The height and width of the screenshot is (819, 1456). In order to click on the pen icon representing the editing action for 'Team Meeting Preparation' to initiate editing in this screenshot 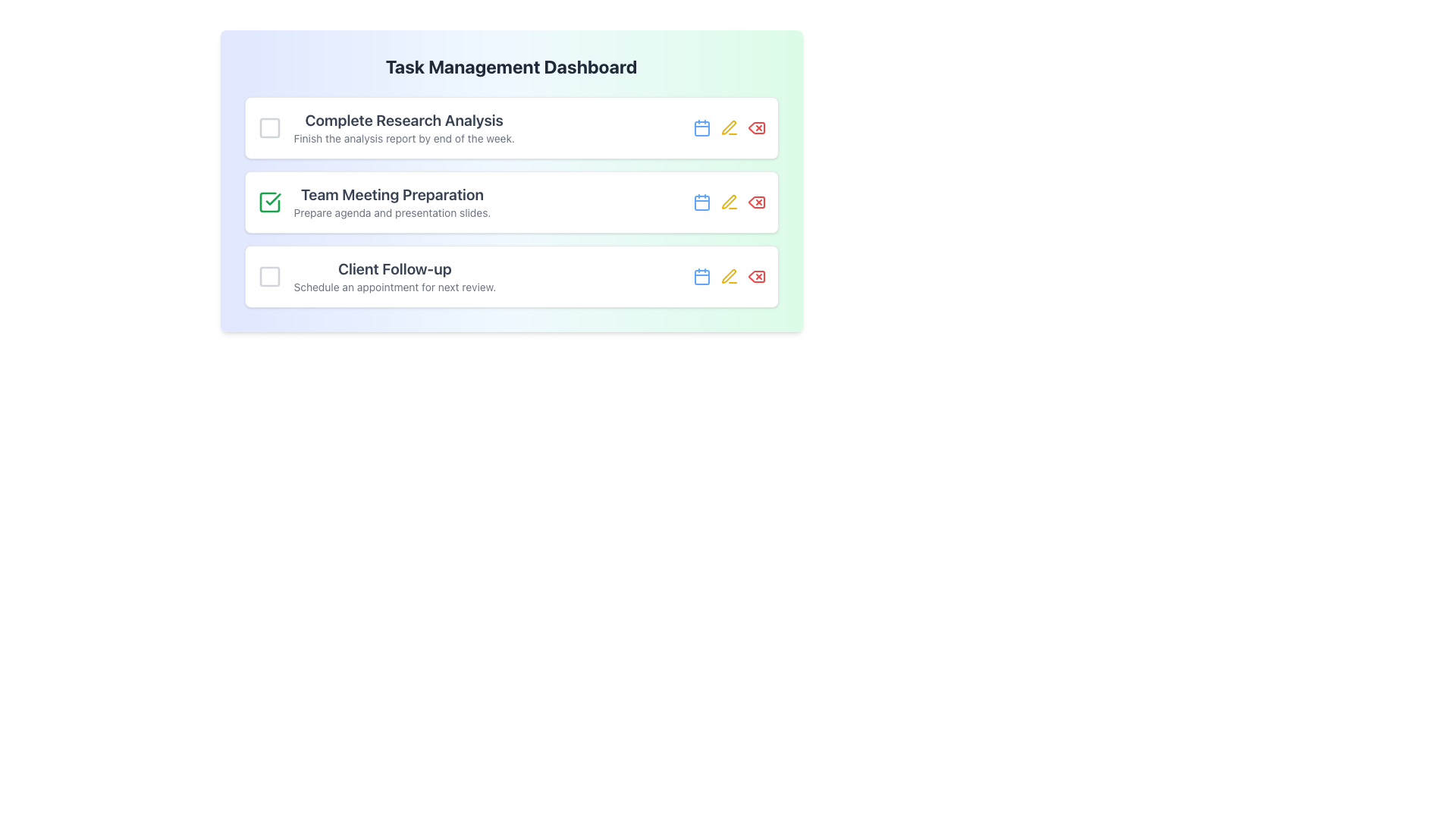, I will do `click(729, 277)`.